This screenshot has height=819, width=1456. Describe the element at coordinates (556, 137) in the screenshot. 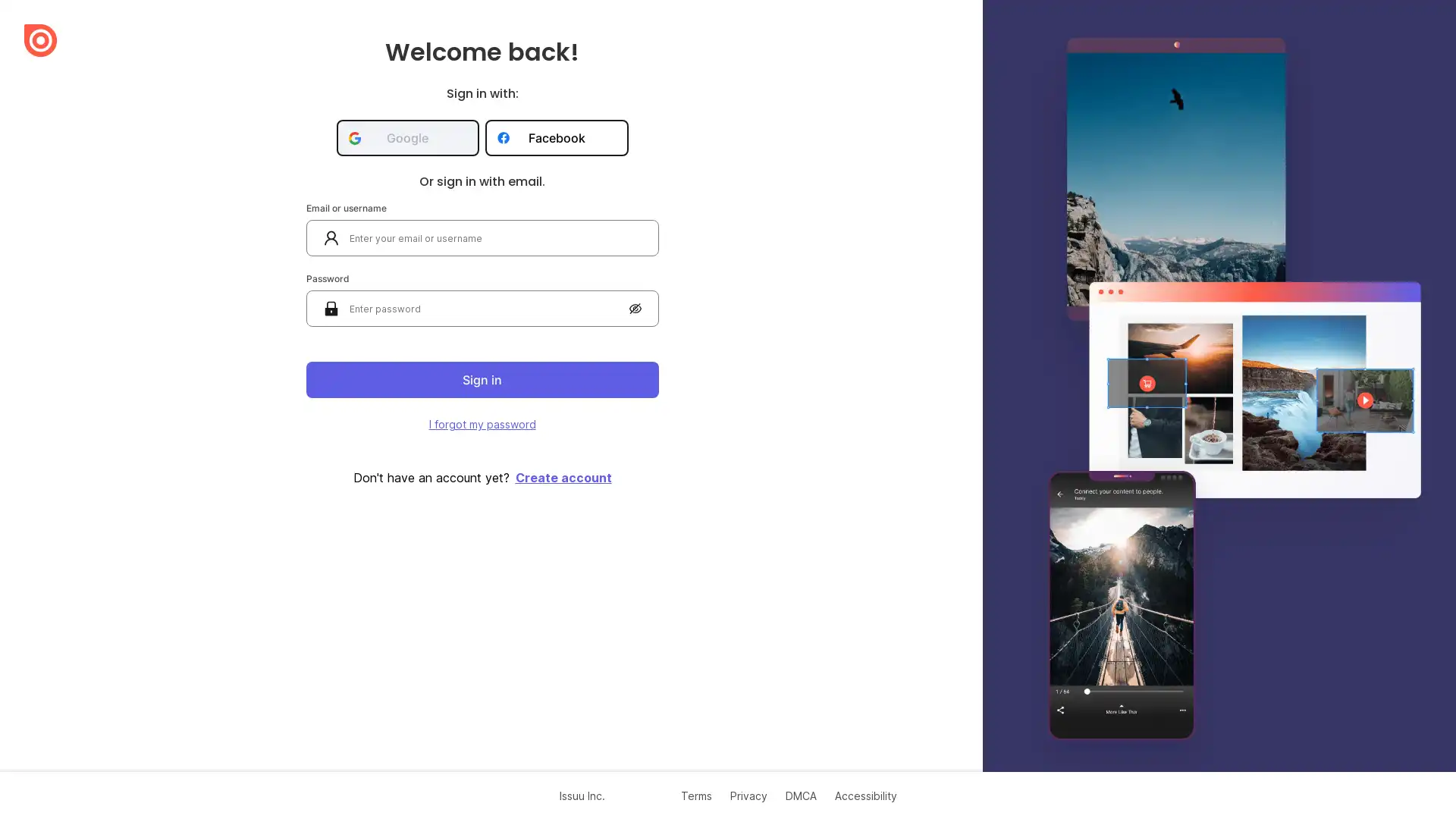

I see `Facebook` at that location.